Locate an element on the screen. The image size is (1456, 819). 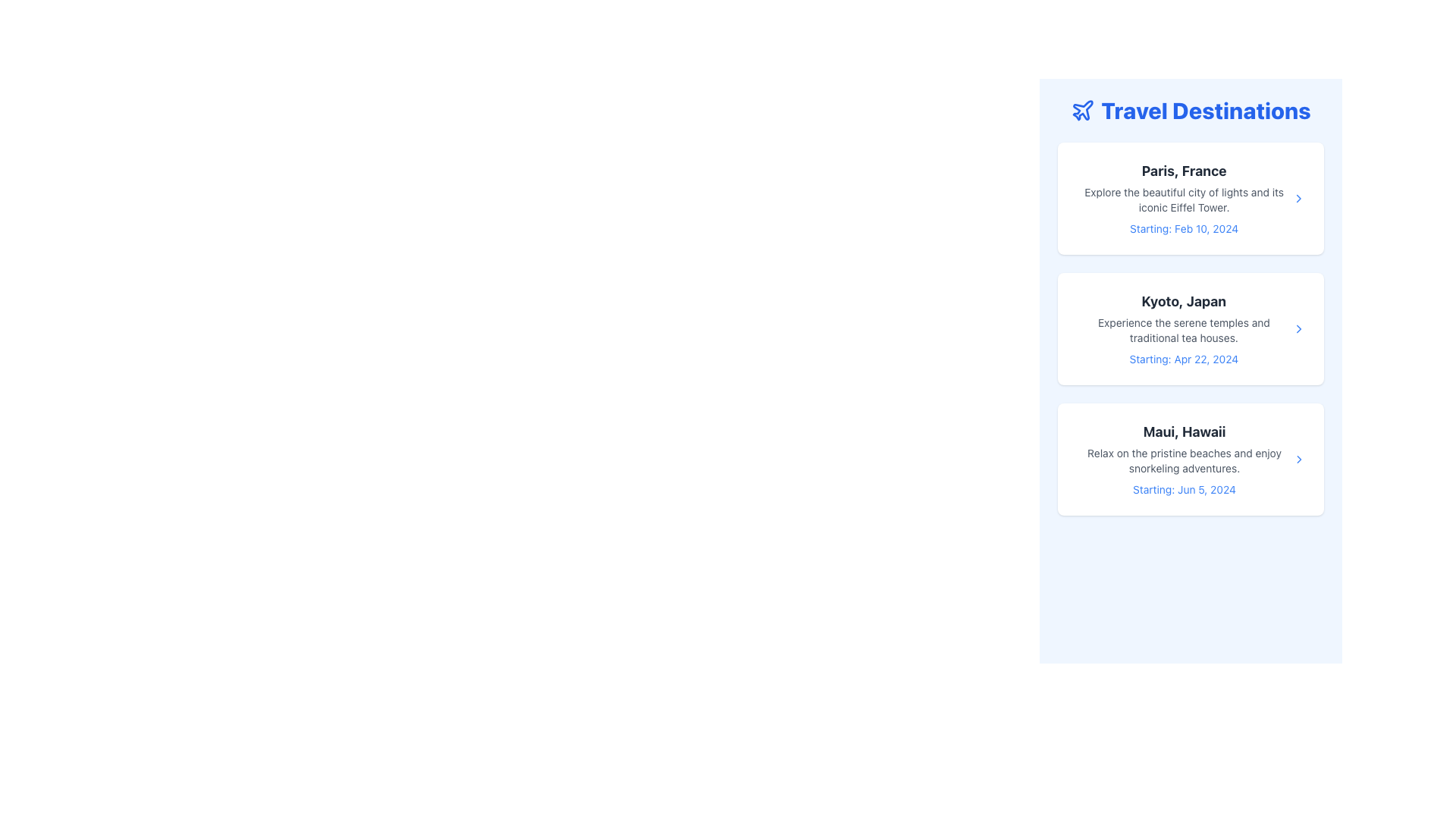
the text label displaying 'Starting: Feb 10, 2024', which is styled in a smaller font size and blue color, located under the heading 'Paris, France' is located at coordinates (1183, 228).